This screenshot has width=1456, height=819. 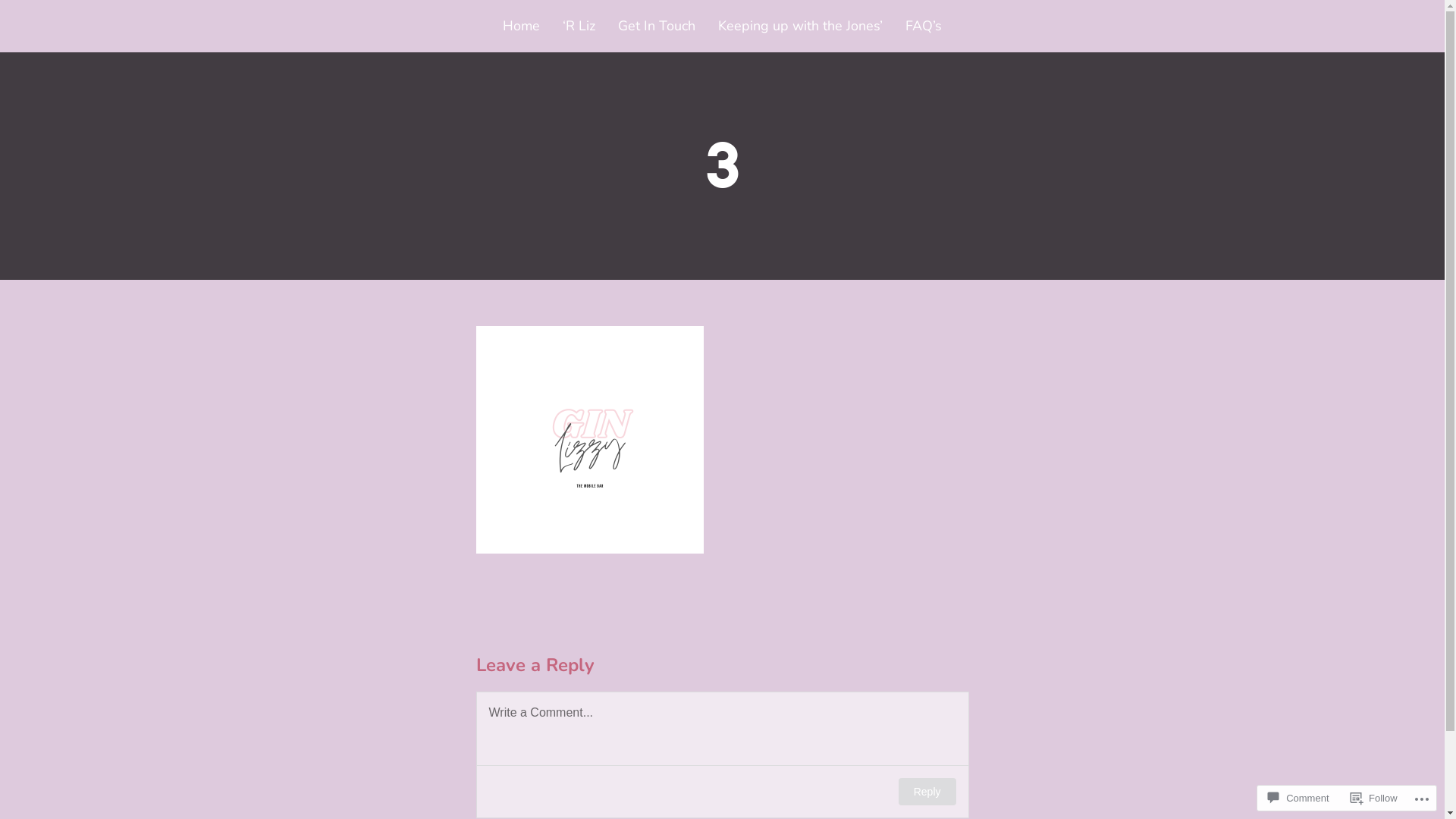 I want to click on 'Get In Touch', so click(x=656, y=26).